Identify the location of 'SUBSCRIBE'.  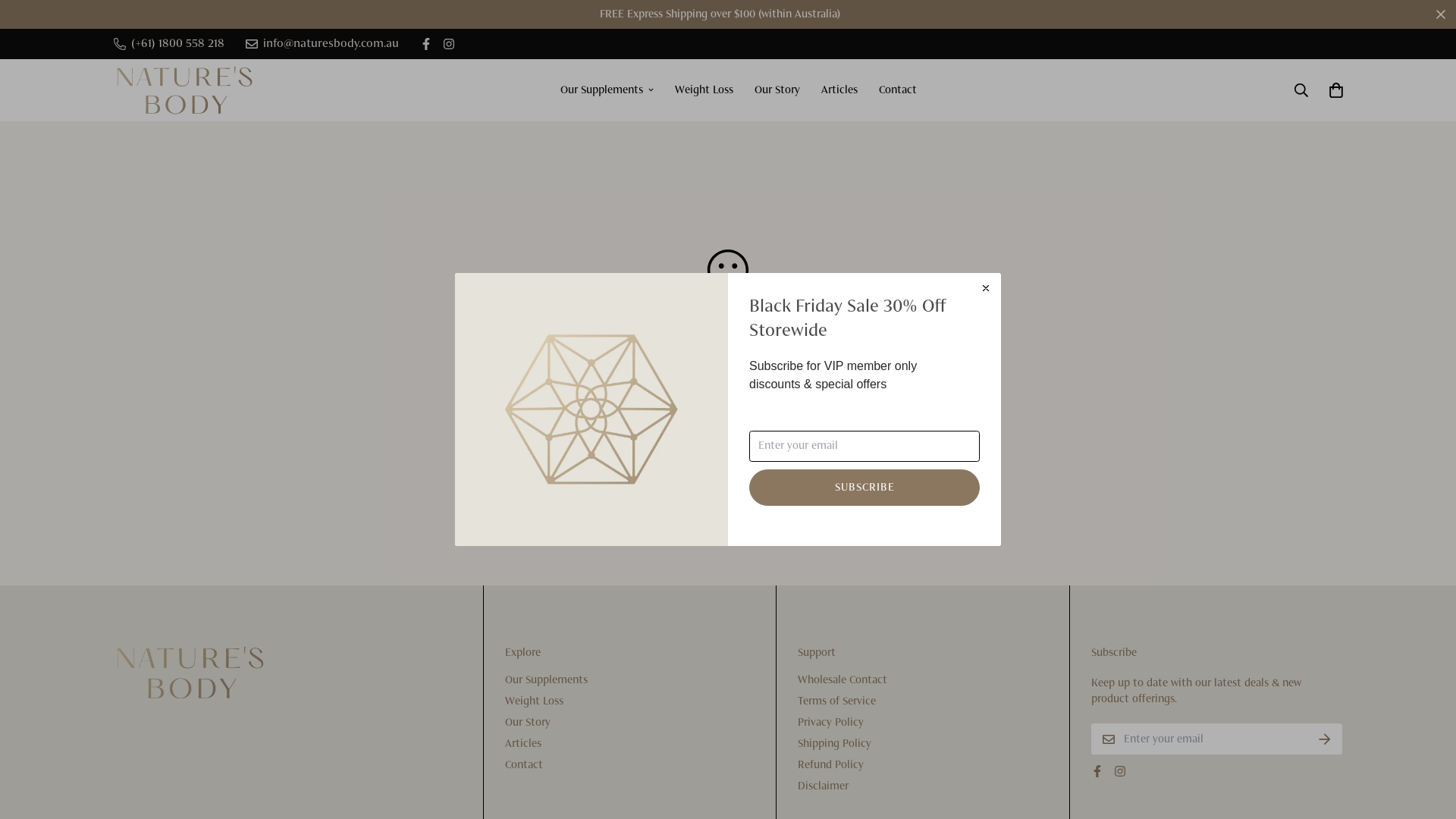
(864, 488).